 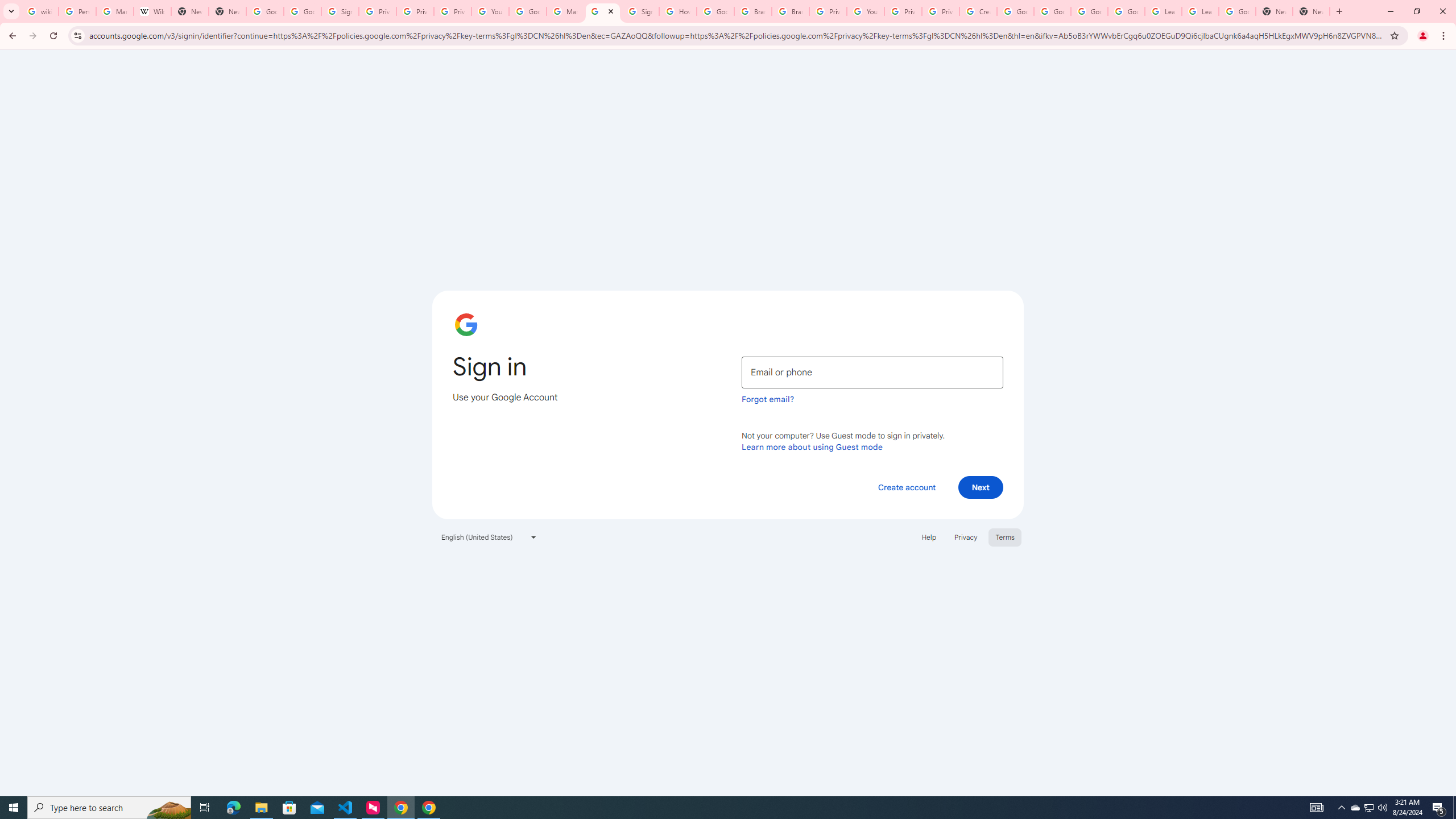 What do you see at coordinates (872, 372) in the screenshot?
I see `'Email or phone'` at bounding box center [872, 372].